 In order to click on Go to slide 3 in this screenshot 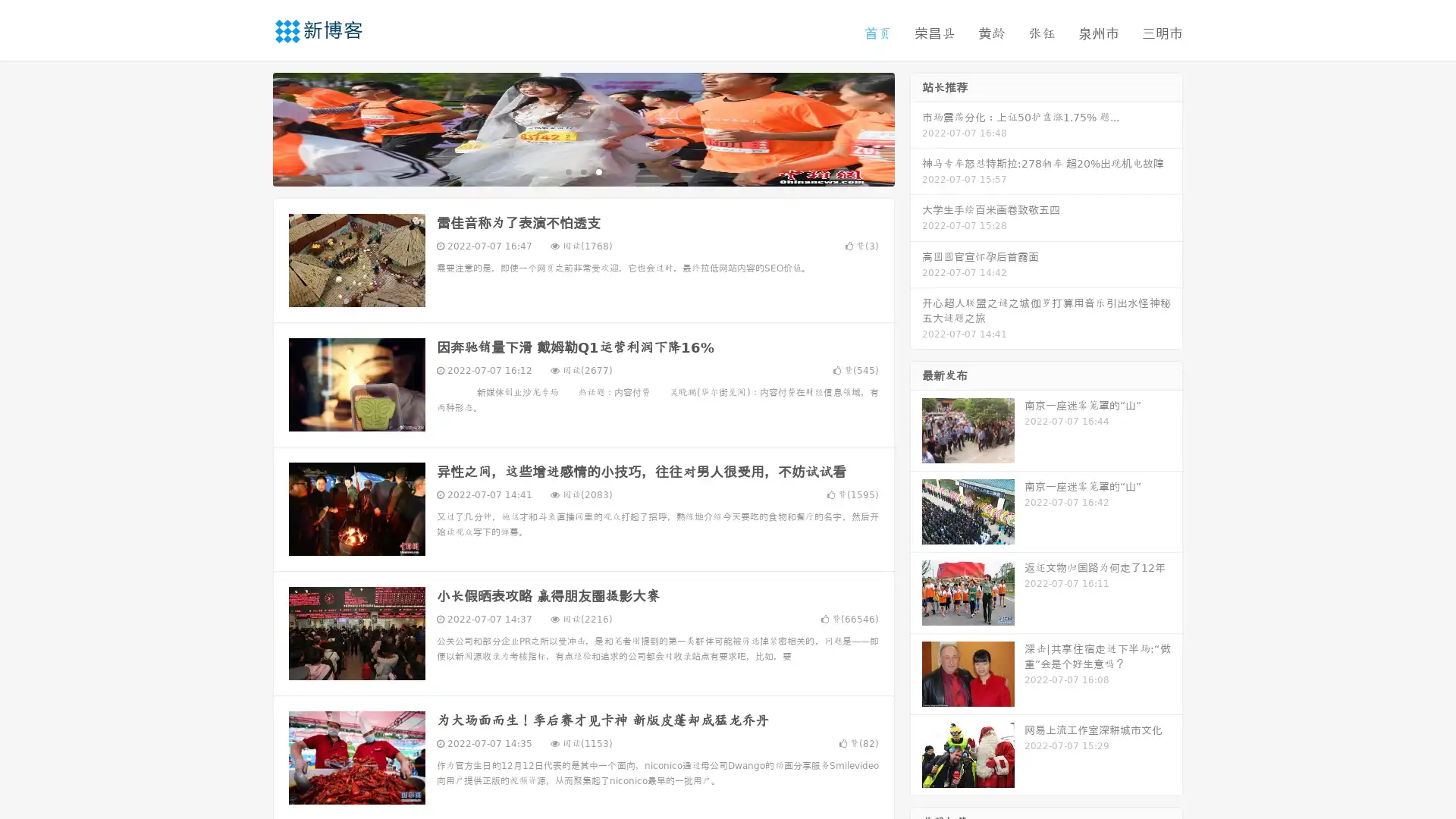, I will do `click(598, 171)`.